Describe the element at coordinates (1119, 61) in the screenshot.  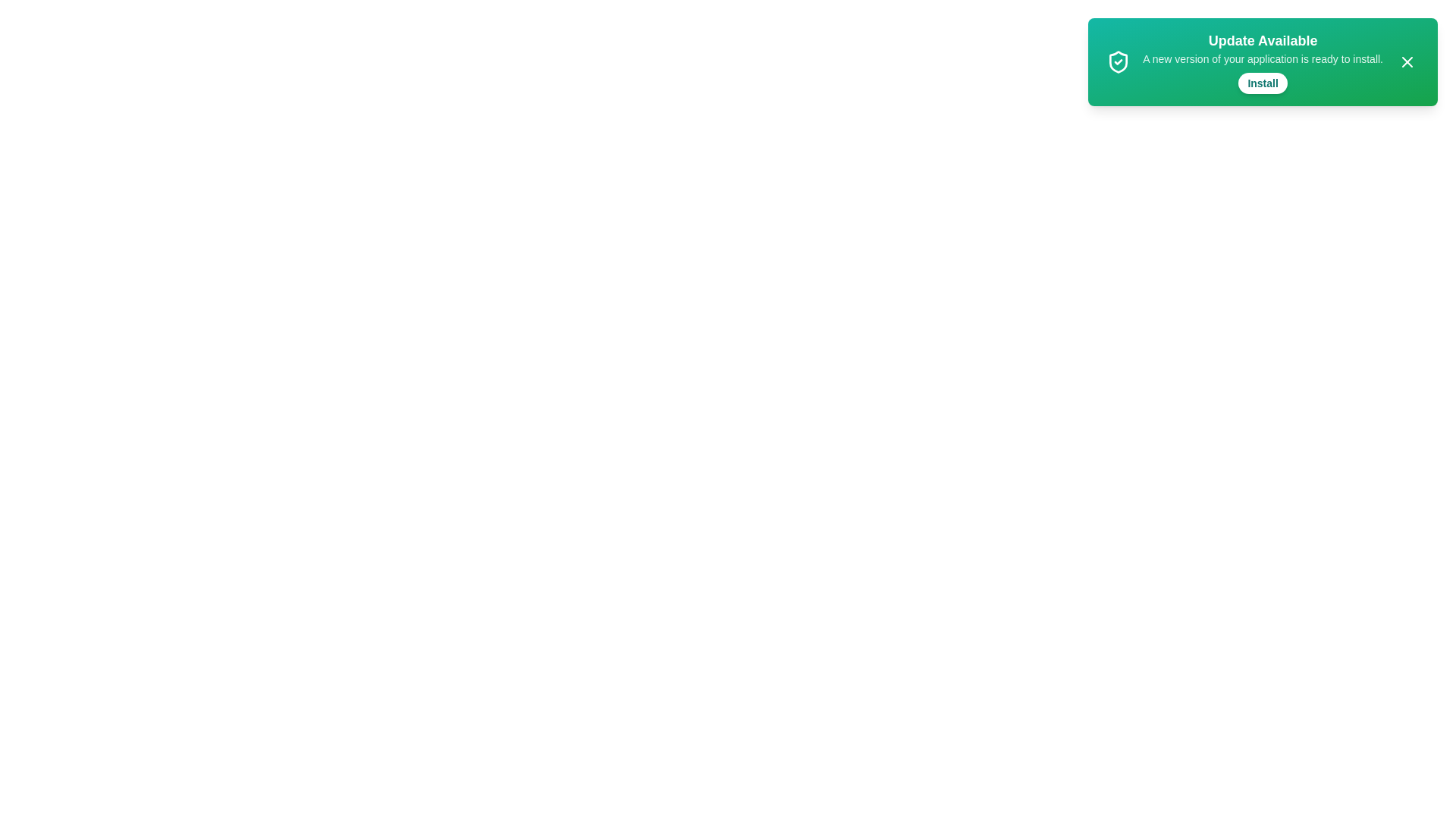
I see `the shield icon in the snackbar` at that location.